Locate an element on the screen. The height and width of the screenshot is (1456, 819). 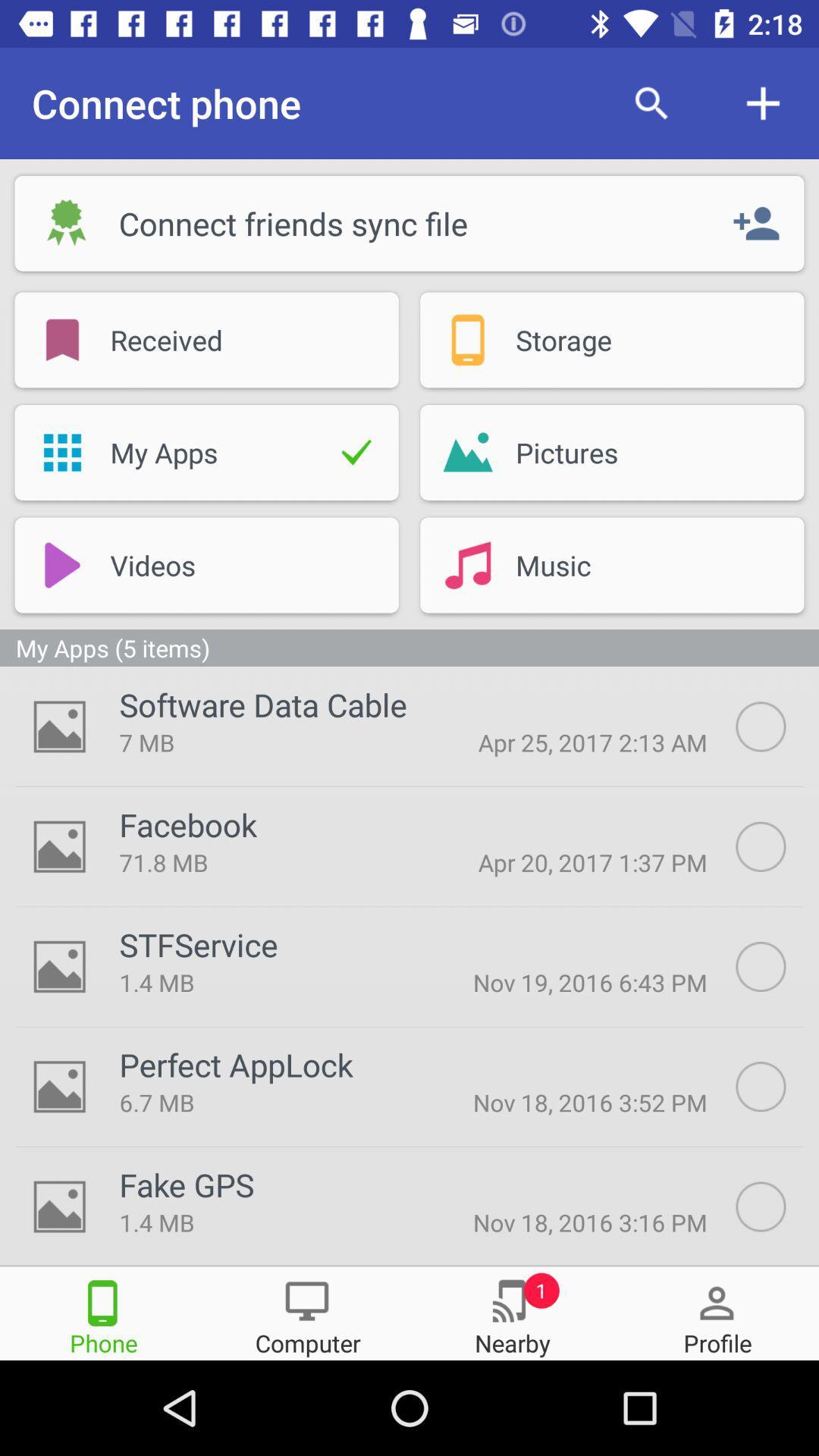
autosync option is located at coordinates (777, 846).